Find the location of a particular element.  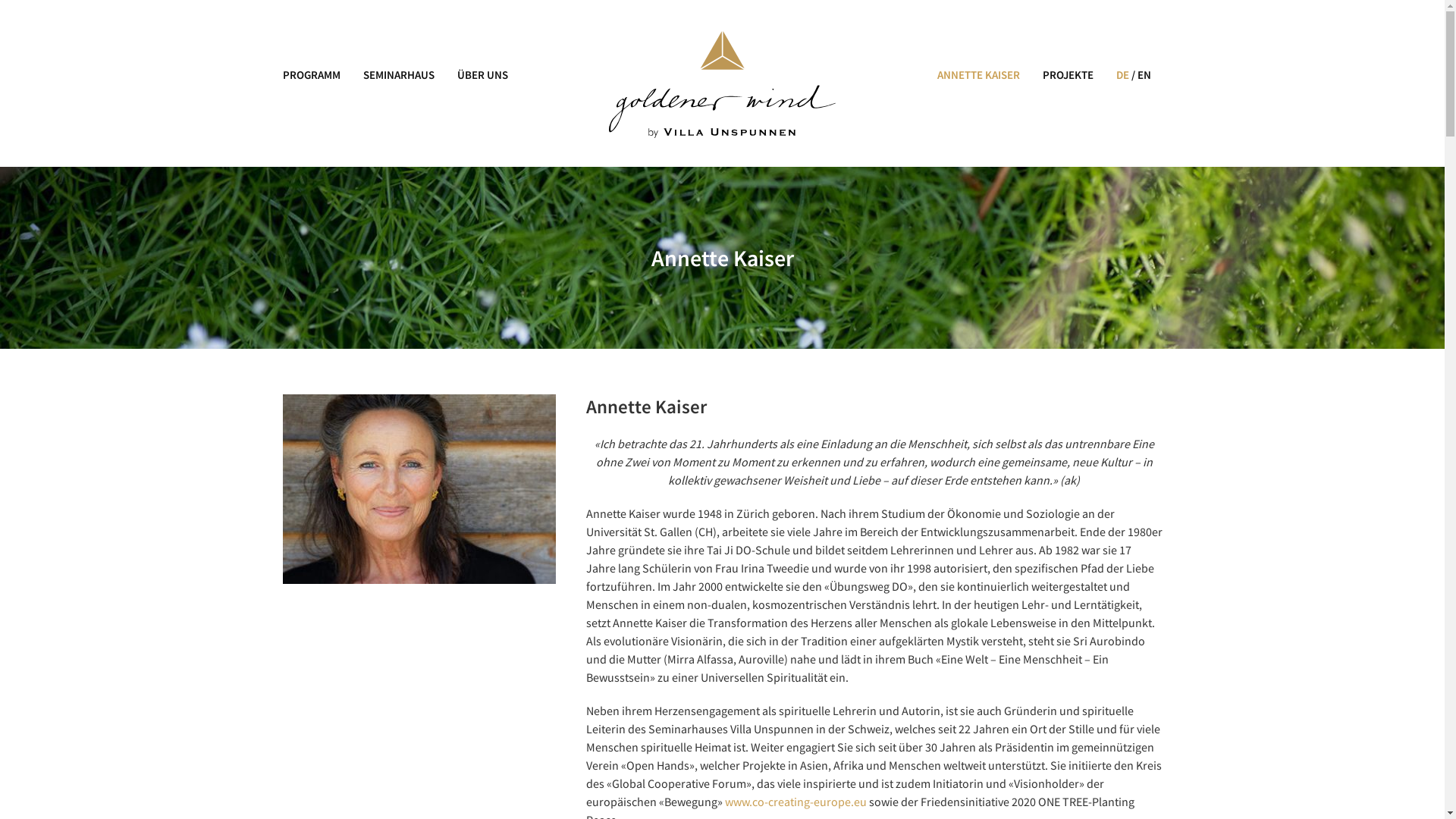

'PROJEKTE' is located at coordinates (1067, 75).